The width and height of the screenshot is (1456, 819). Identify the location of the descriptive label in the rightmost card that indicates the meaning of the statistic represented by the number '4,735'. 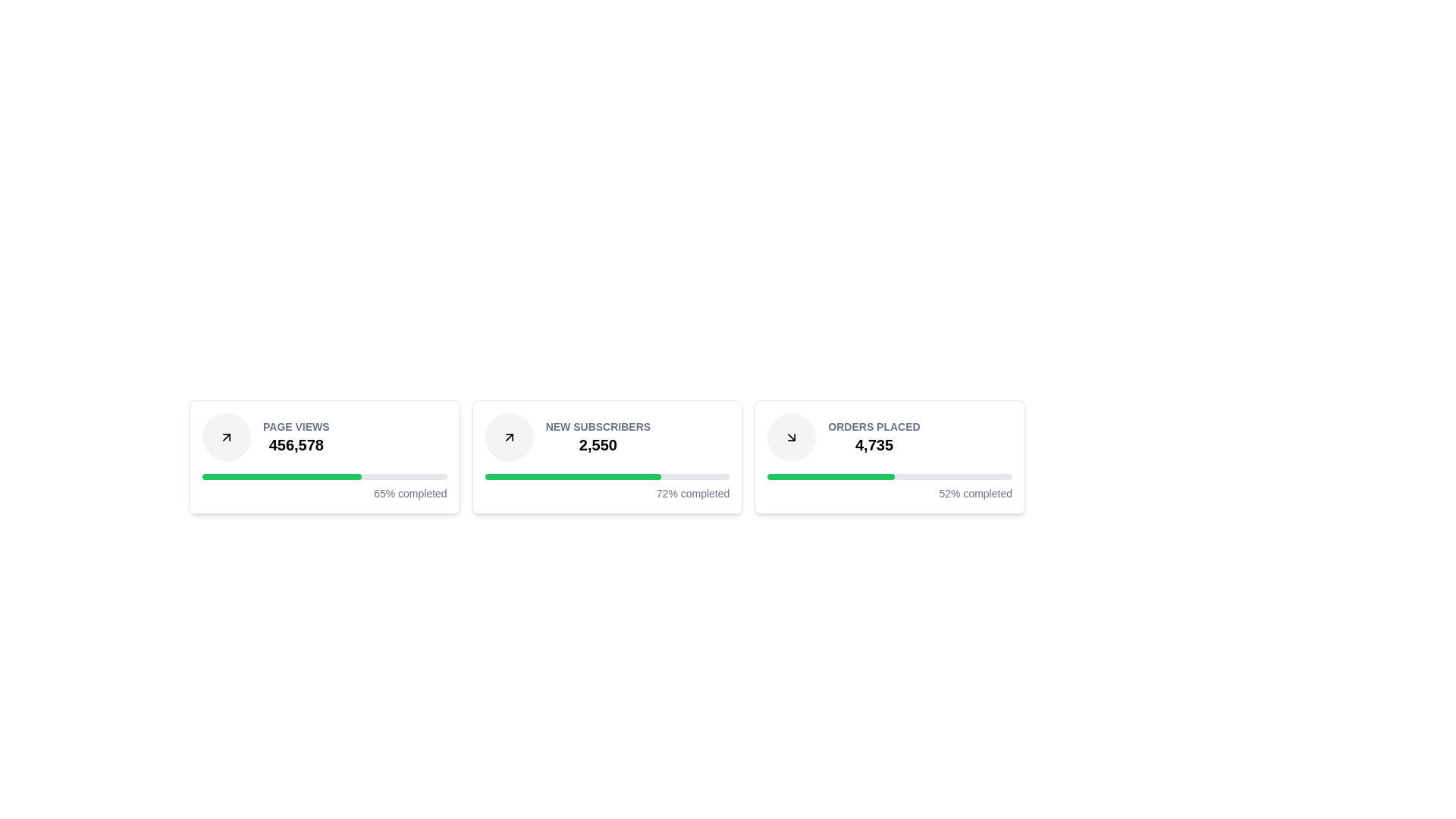
(874, 427).